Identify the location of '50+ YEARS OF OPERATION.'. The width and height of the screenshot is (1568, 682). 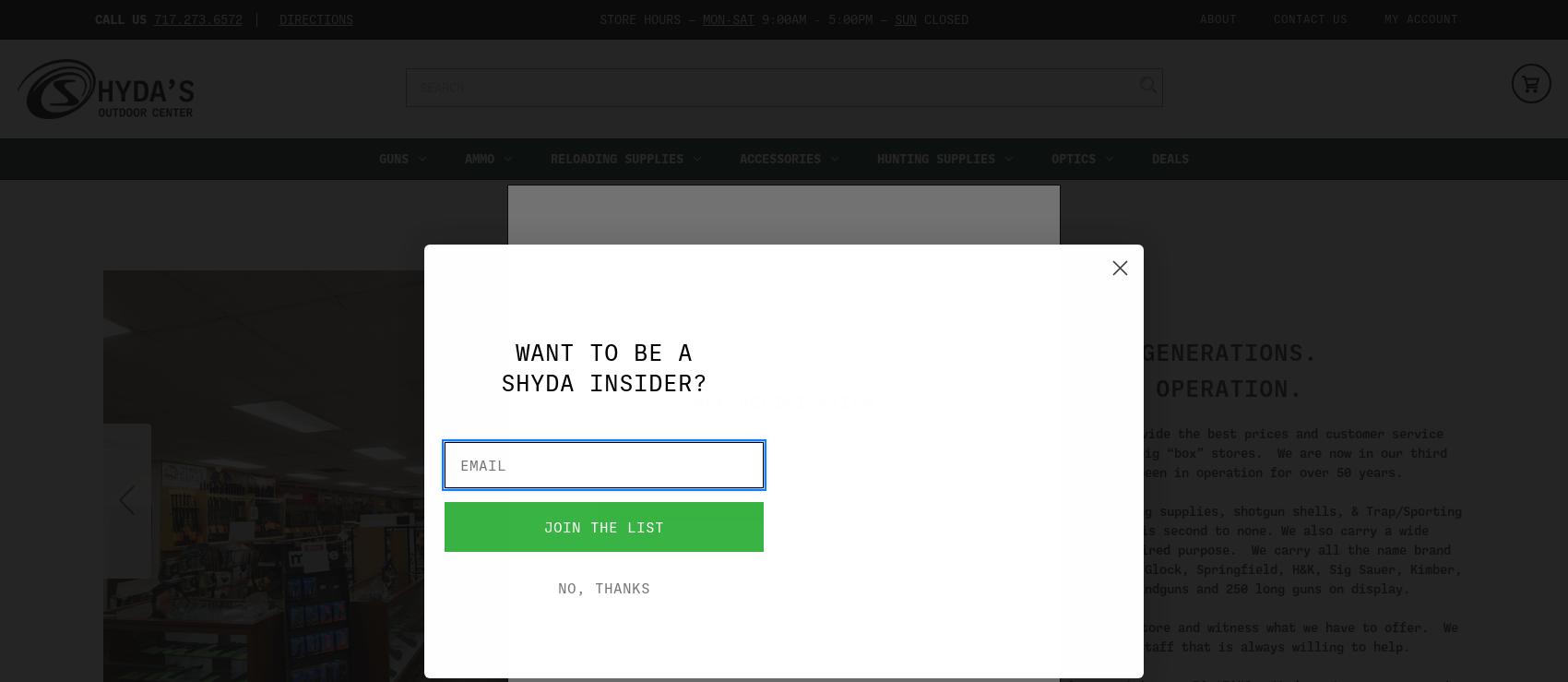
(1132, 386).